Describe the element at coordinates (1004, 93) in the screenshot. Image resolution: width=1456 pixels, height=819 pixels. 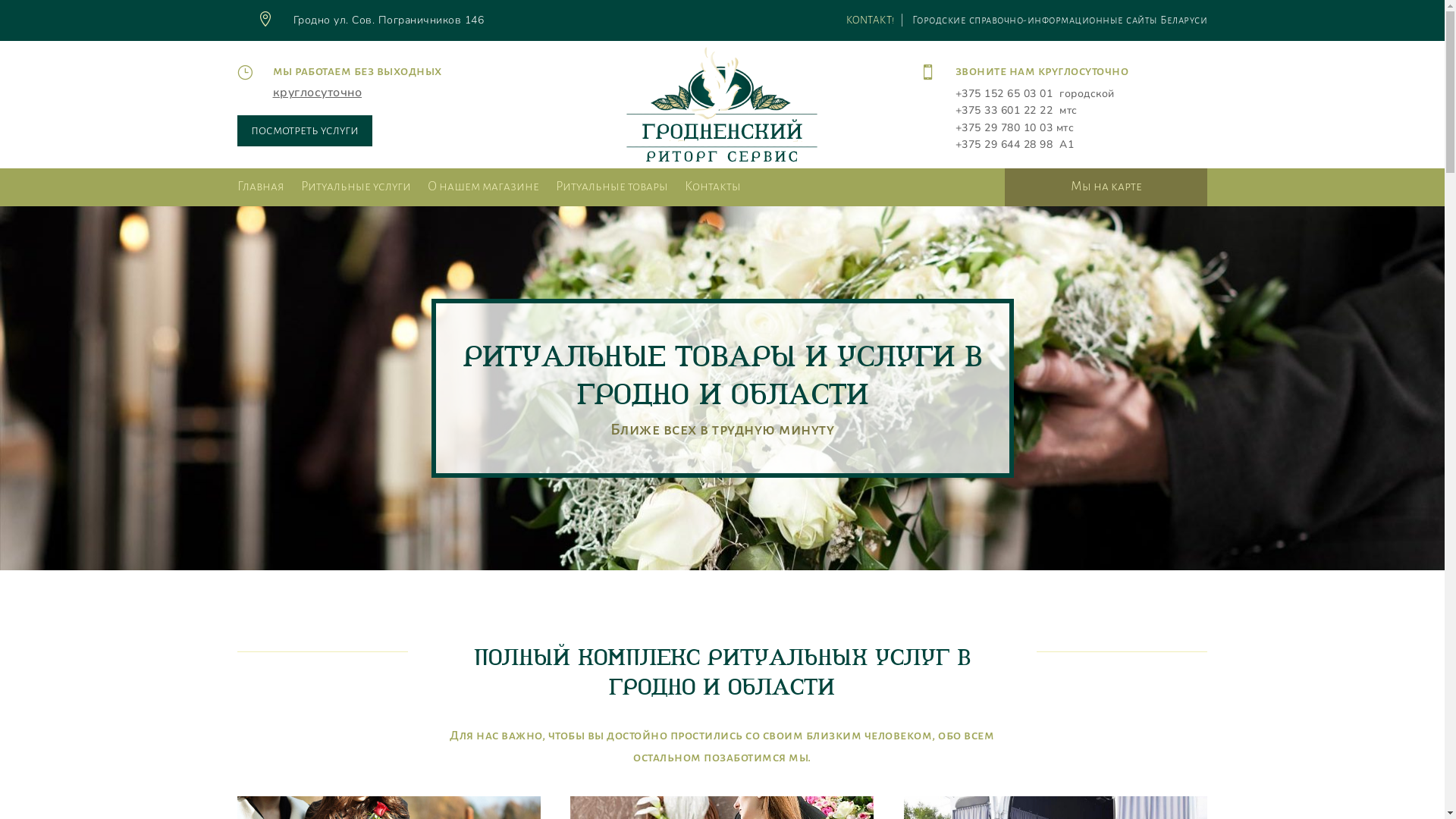
I see `'+375 152 65 03 01'` at that location.